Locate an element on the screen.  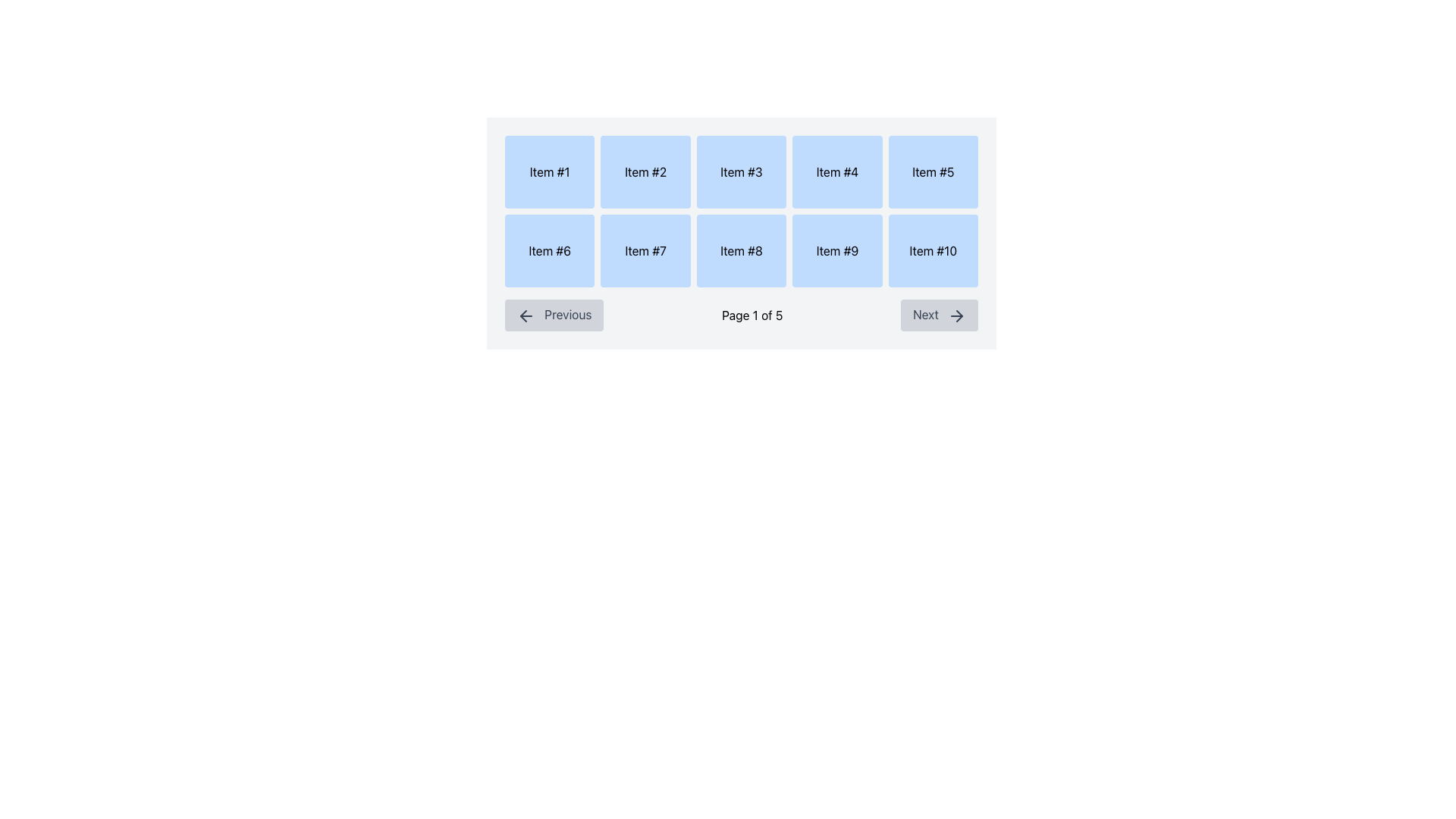
the rectangular button labeled 'Item #6' with a blue background and bold black text, located in the second row, first column of the grid is located at coordinates (549, 250).